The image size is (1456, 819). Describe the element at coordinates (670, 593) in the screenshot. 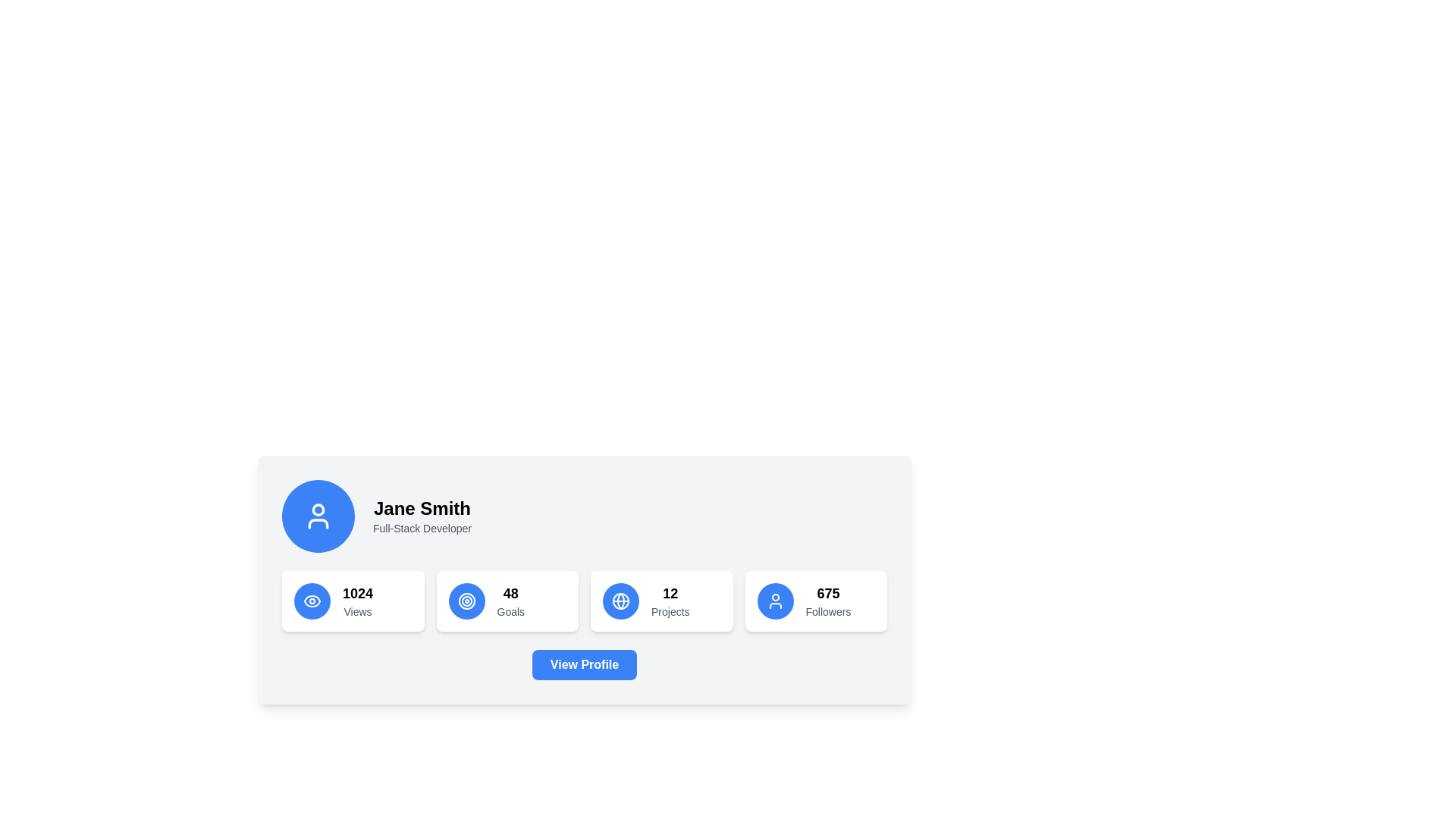

I see `the numeric indicator Text display showing the number of 'Projects' located above the text 'Projects' in the third box from the left` at that location.